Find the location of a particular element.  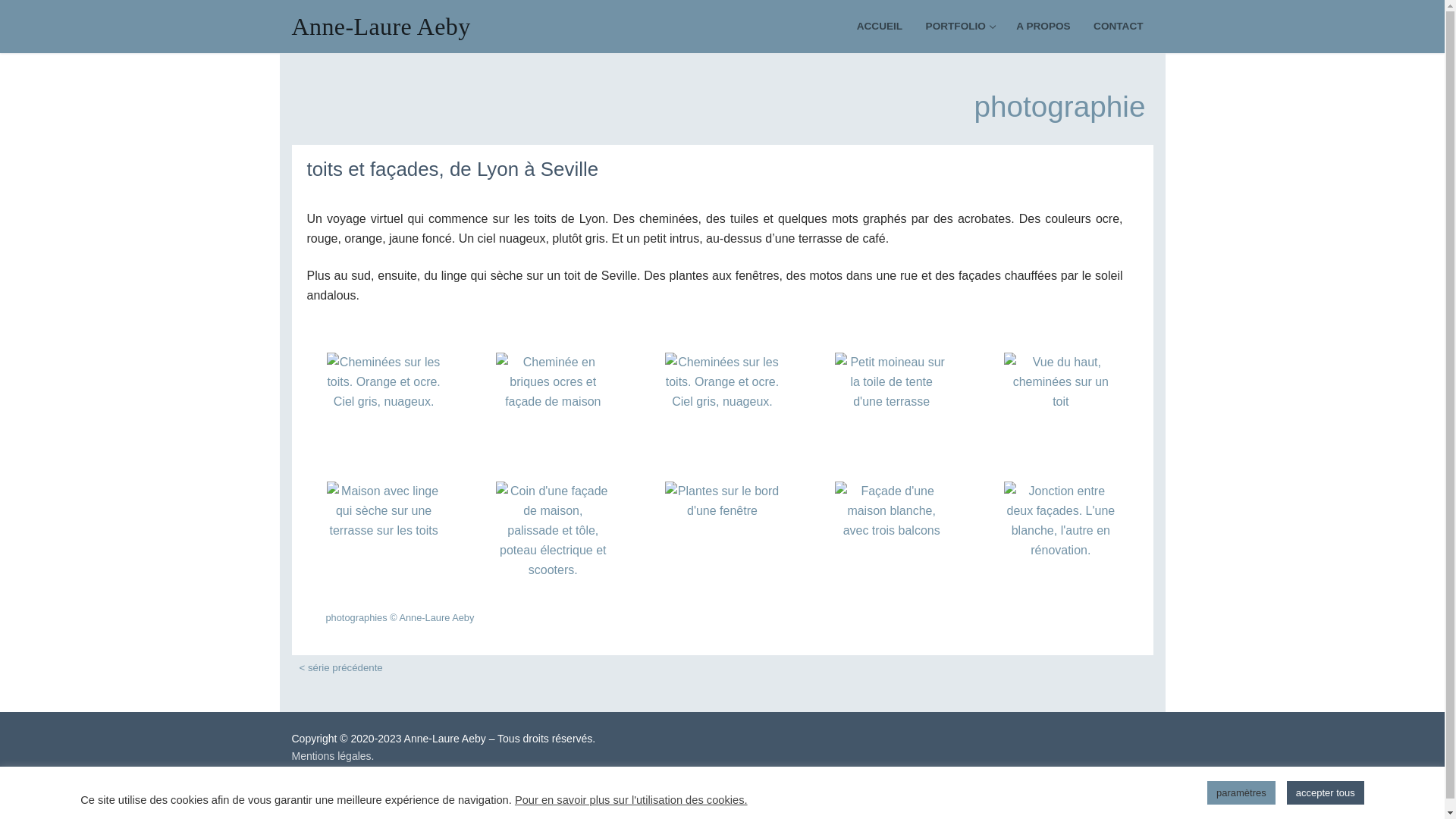

'accepter tous' is located at coordinates (1324, 792).